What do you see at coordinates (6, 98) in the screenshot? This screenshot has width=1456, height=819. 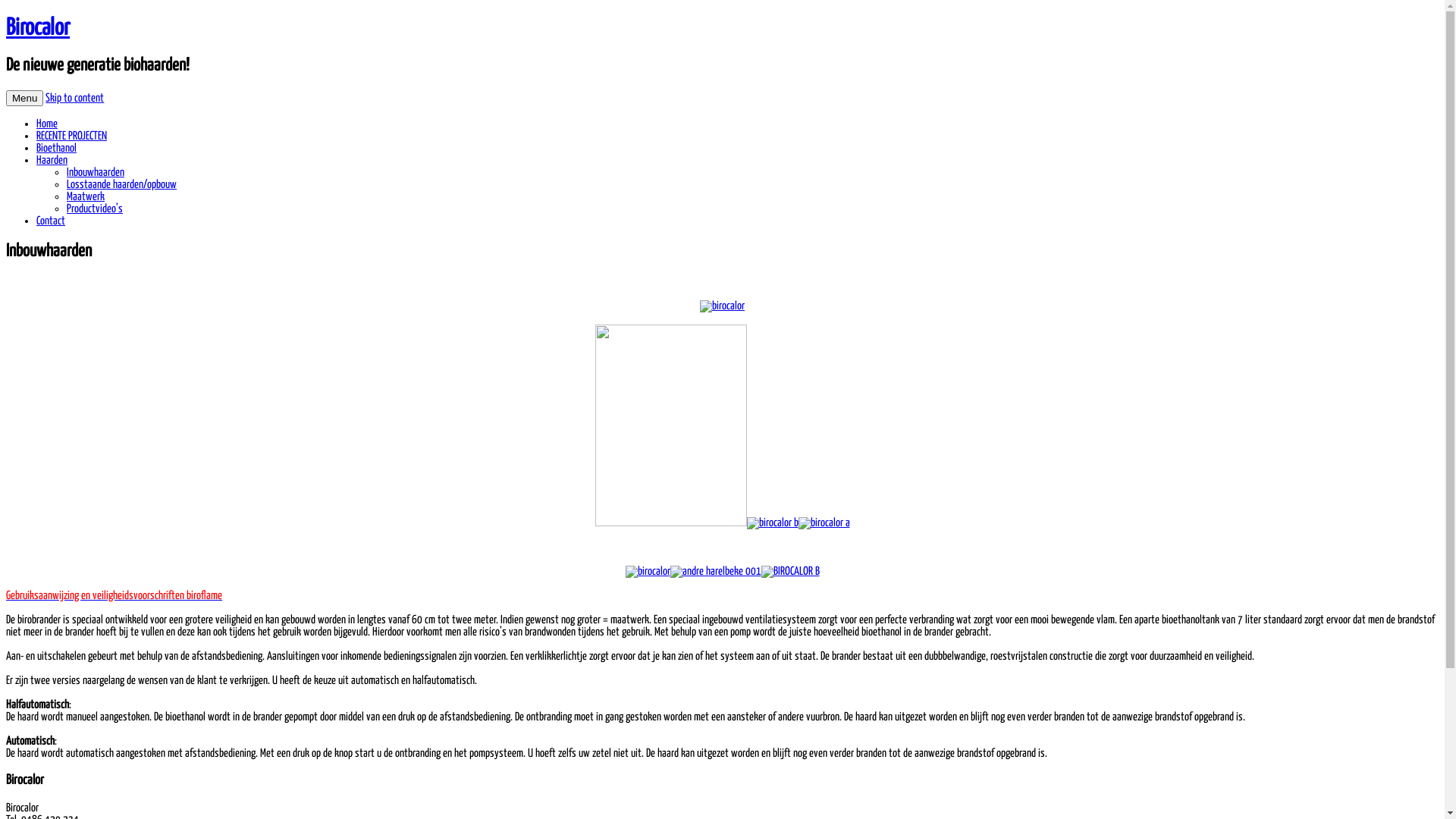 I see `'Menu'` at bounding box center [6, 98].